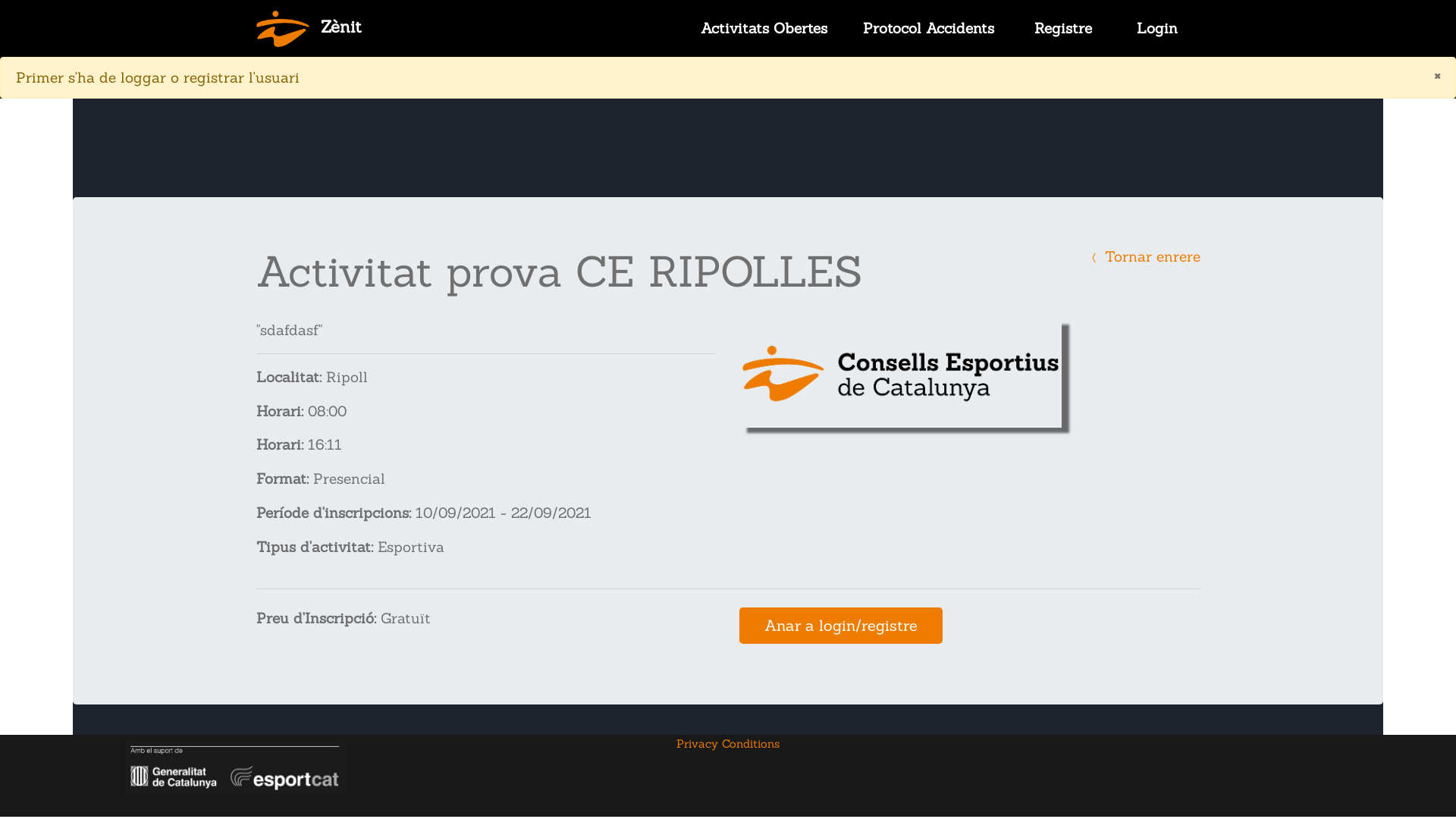  What do you see at coordinates (839, 626) in the screenshot?
I see `'Anar a login/registre'` at bounding box center [839, 626].